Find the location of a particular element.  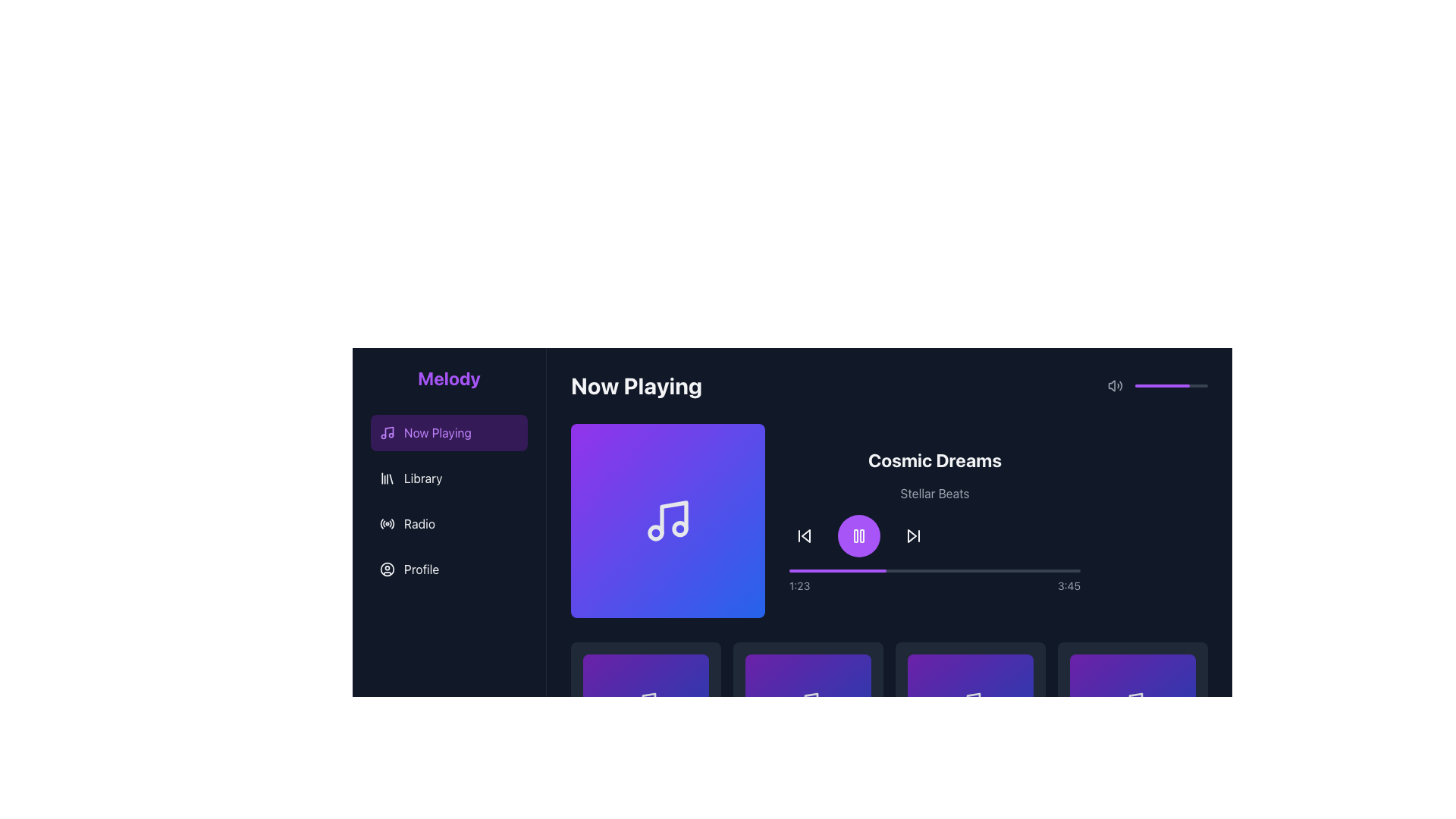

the circular purple button with a white pause icon in the center is located at coordinates (858, 535).